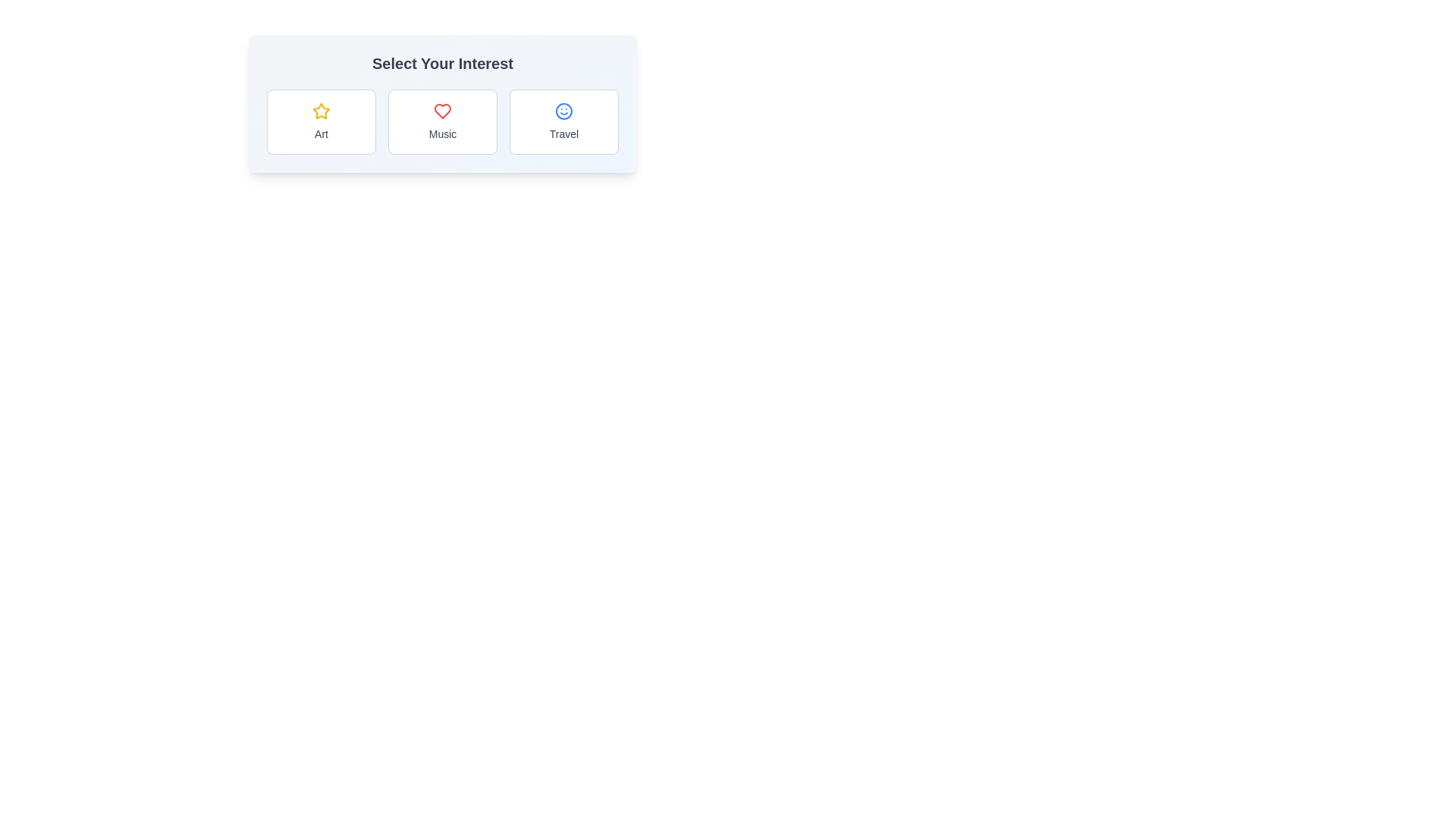 The image size is (1456, 819). Describe the element at coordinates (442, 110) in the screenshot. I see `the 'Music' category icon` at that location.